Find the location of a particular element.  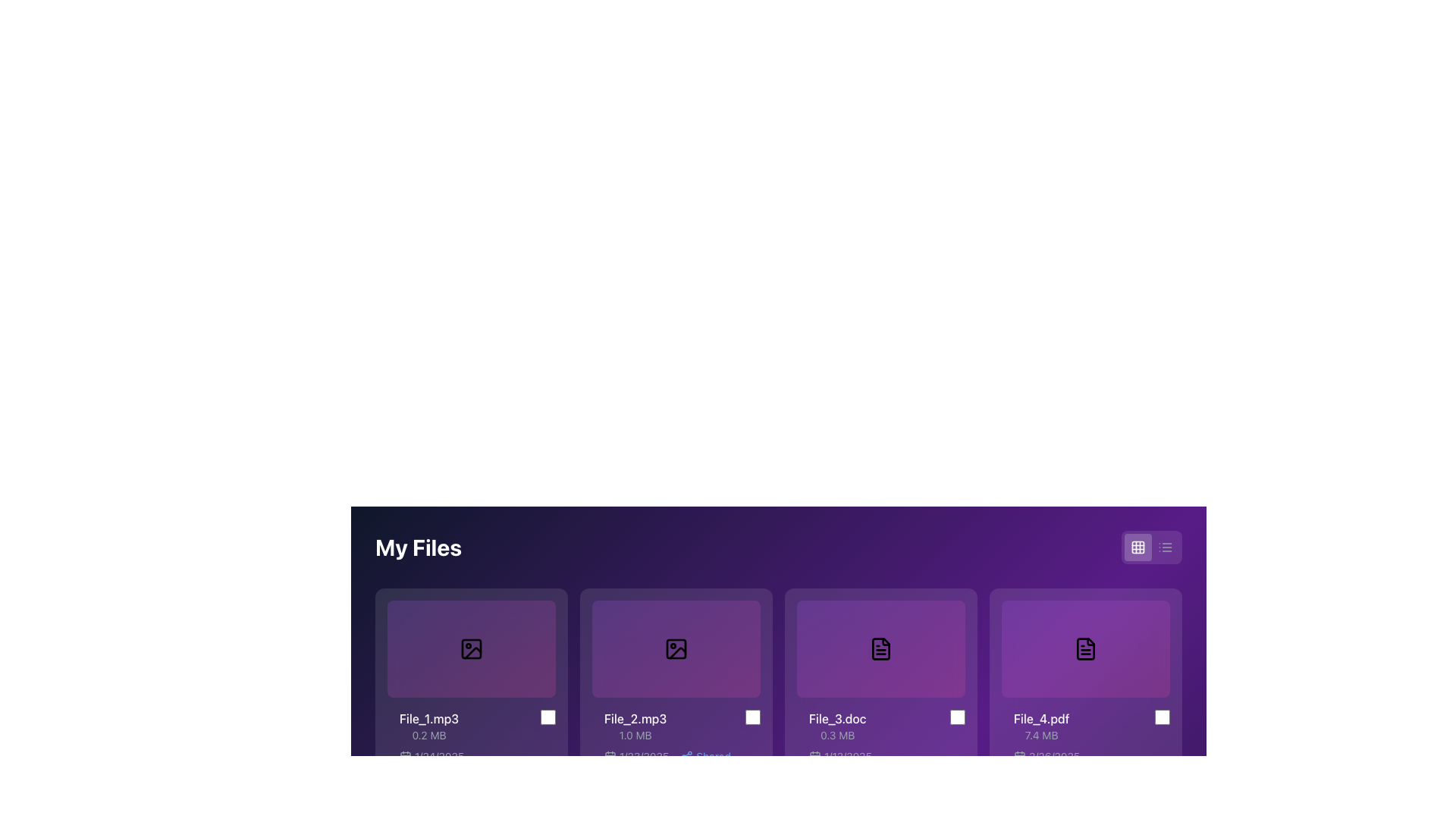

the text displaying the date associated with the file 'File_2.mp3', located at the bottom left of the tile, directly below the file name and size information is located at coordinates (636, 757).